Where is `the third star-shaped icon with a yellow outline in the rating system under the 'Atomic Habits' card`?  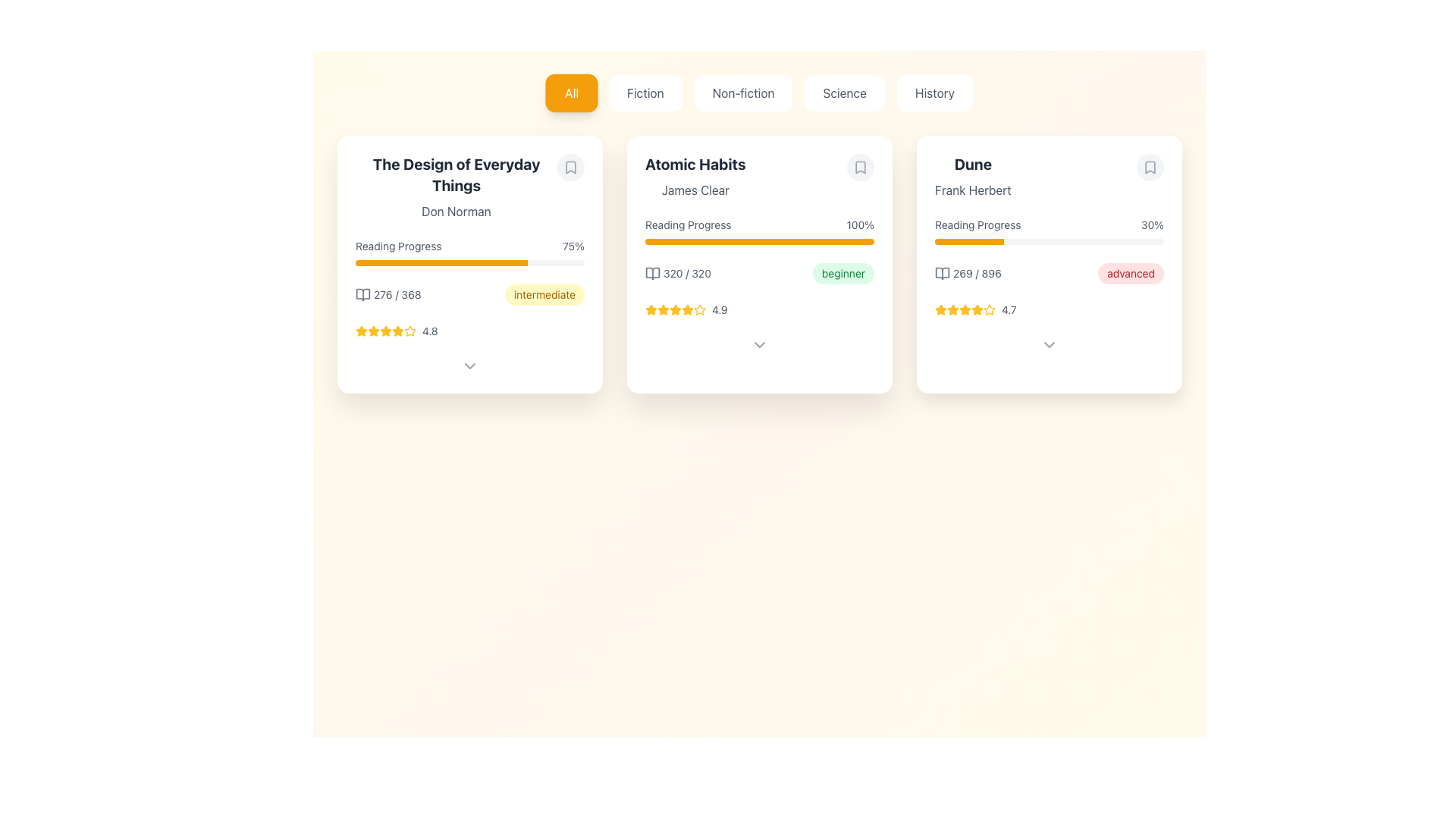 the third star-shaped icon with a yellow outline in the rating system under the 'Atomic Habits' card is located at coordinates (651, 309).